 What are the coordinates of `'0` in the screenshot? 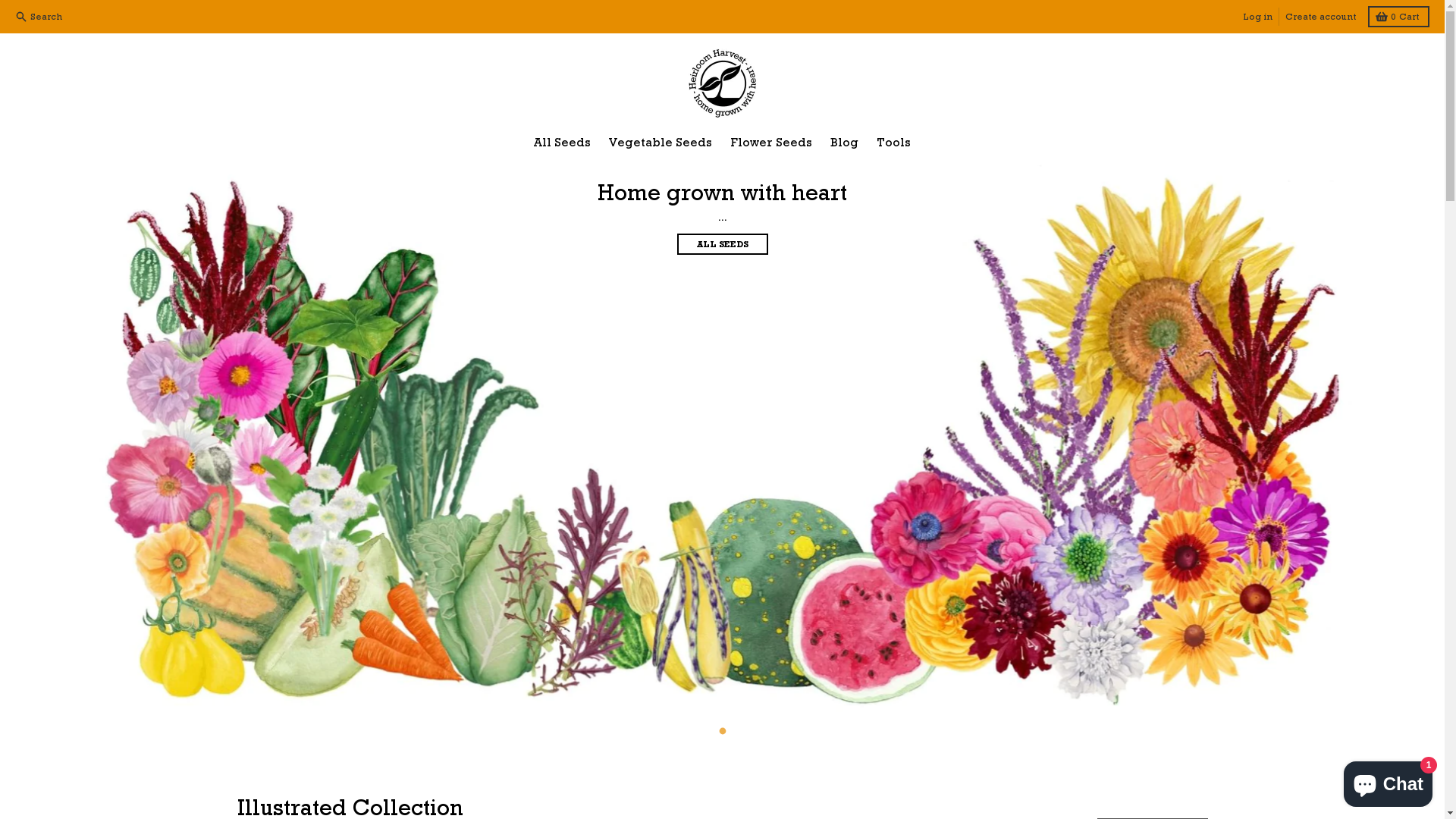 It's located at (1398, 17).